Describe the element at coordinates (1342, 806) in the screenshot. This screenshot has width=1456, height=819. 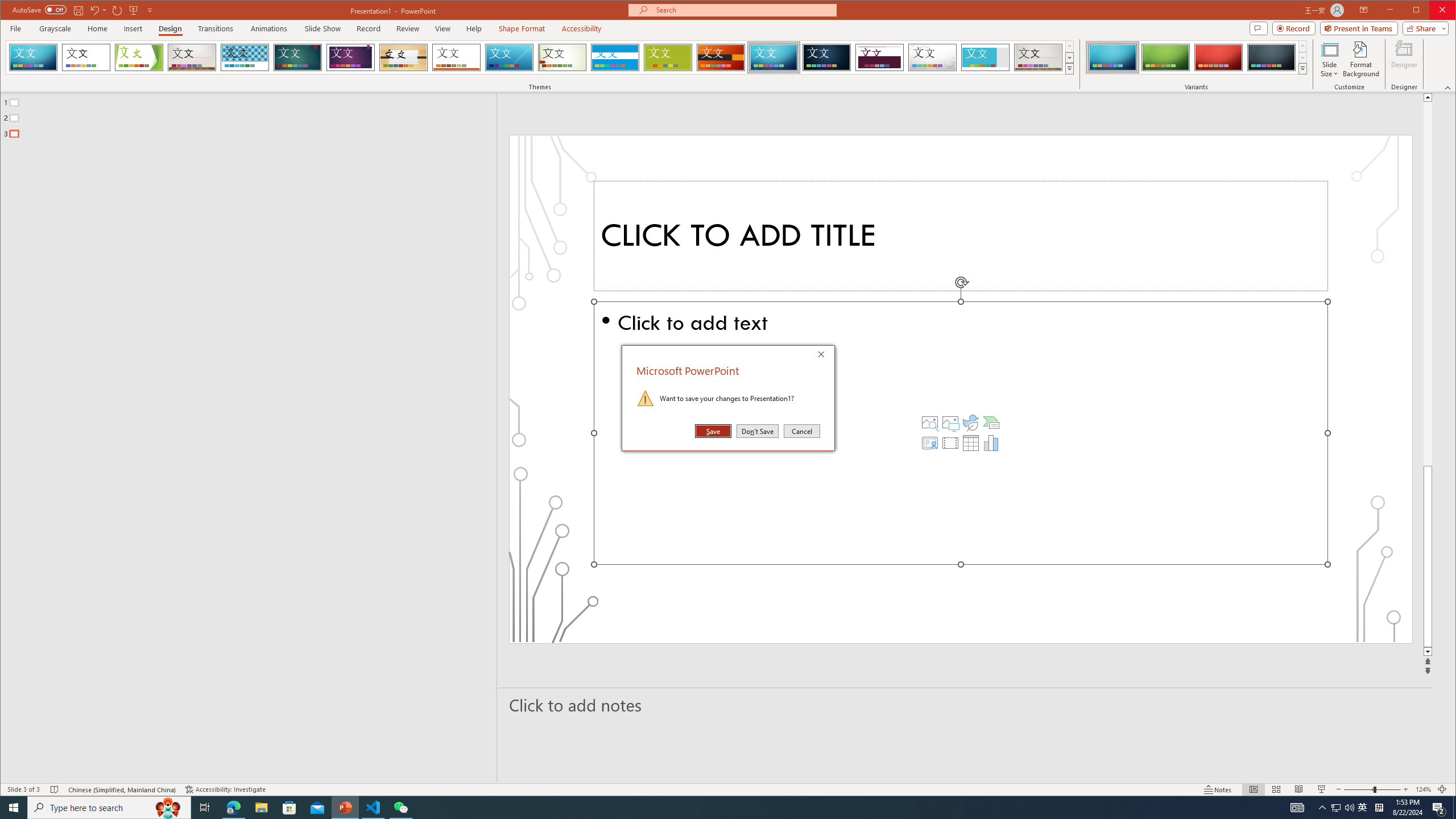
I see `'User Promoted Notification Area'` at that location.